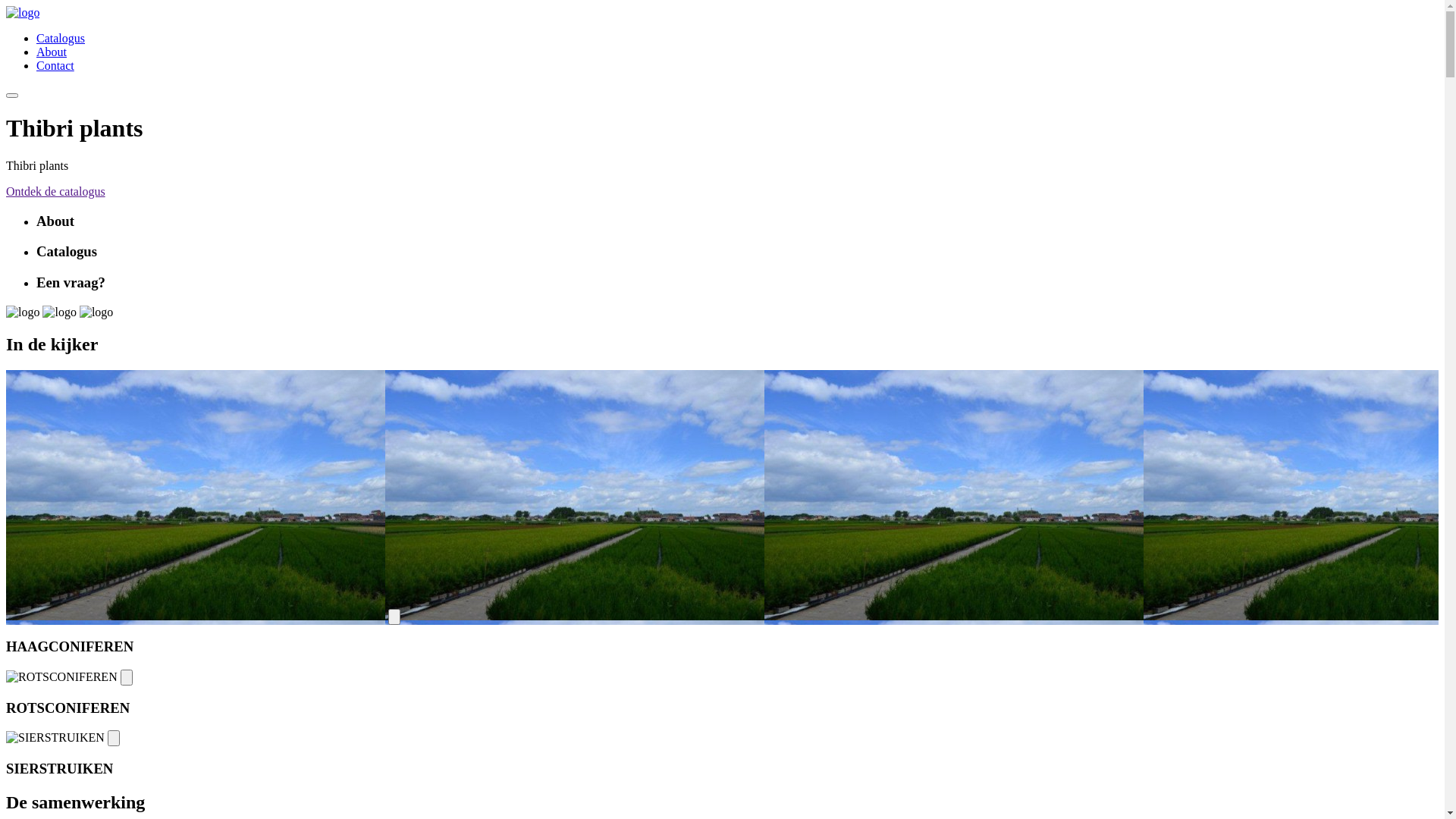 Image resolution: width=1456 pixels, height=819 pixels. I want to click on 'Catalogus', so click(36, 37).